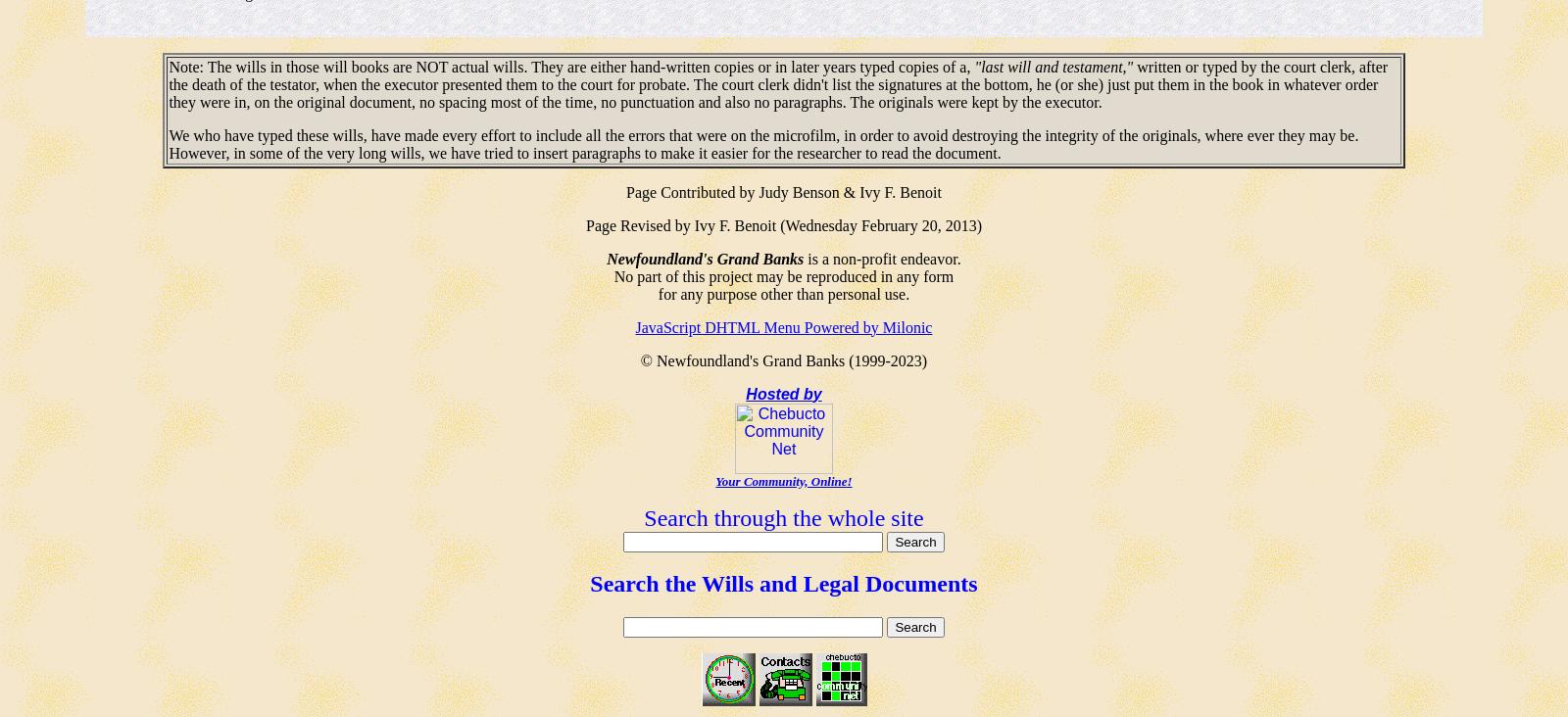  Describe the element at coordinates (783, 190) in the screenshot. I see `'Page Contributed by Judy Benson & Ivy F. Benoit'` at that location.